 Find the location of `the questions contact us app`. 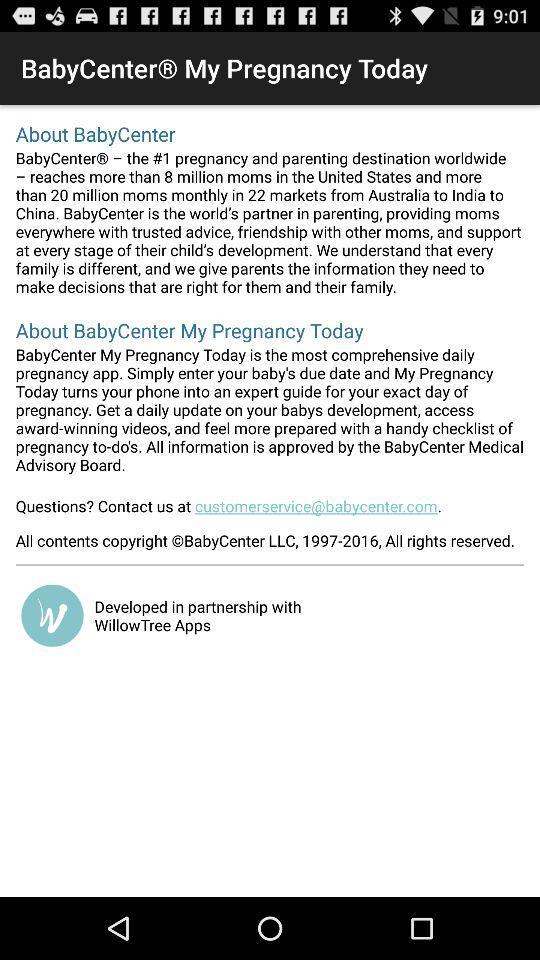

the questions contact us app is located at coordinates (270, 511).